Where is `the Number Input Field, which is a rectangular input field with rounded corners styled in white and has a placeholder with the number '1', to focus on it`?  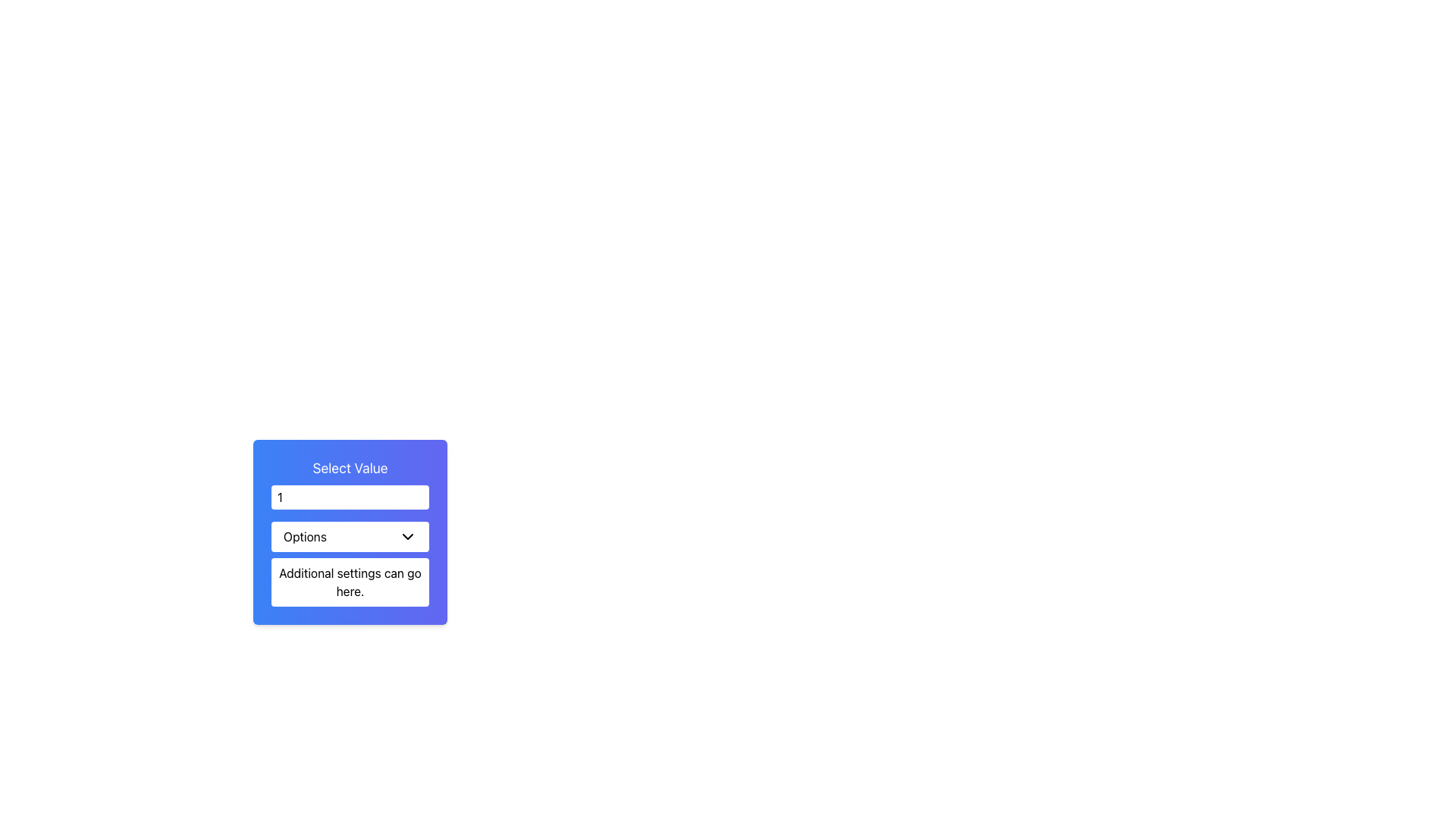 the Number Input Field, which is a rectangular input field with rounded corners styled in white and has a placeholder with the number '1', to focus on it is located at coordinates (349, 497).